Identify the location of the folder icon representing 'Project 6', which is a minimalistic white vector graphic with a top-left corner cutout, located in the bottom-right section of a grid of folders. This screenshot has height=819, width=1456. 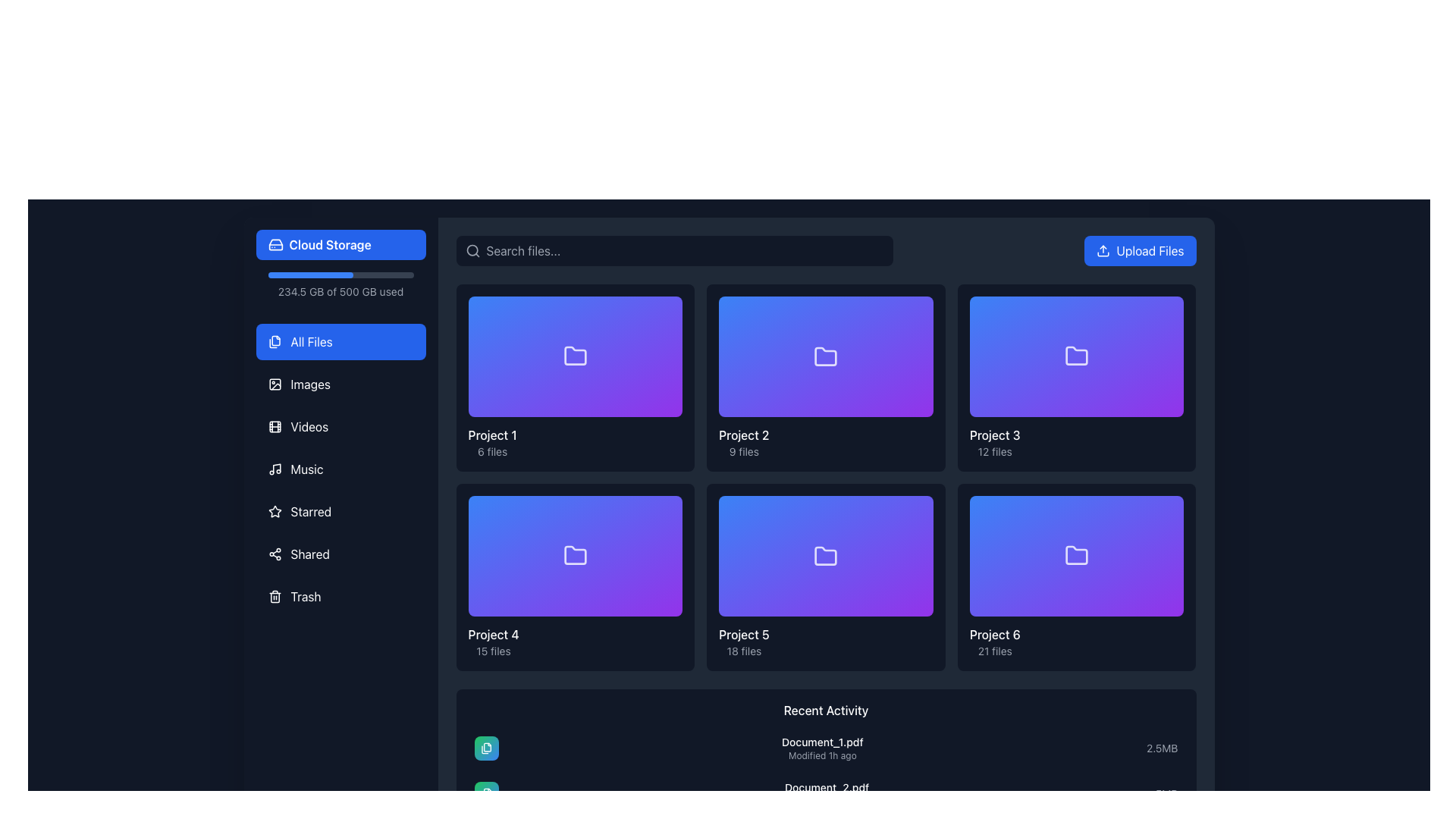
(1076, 555).